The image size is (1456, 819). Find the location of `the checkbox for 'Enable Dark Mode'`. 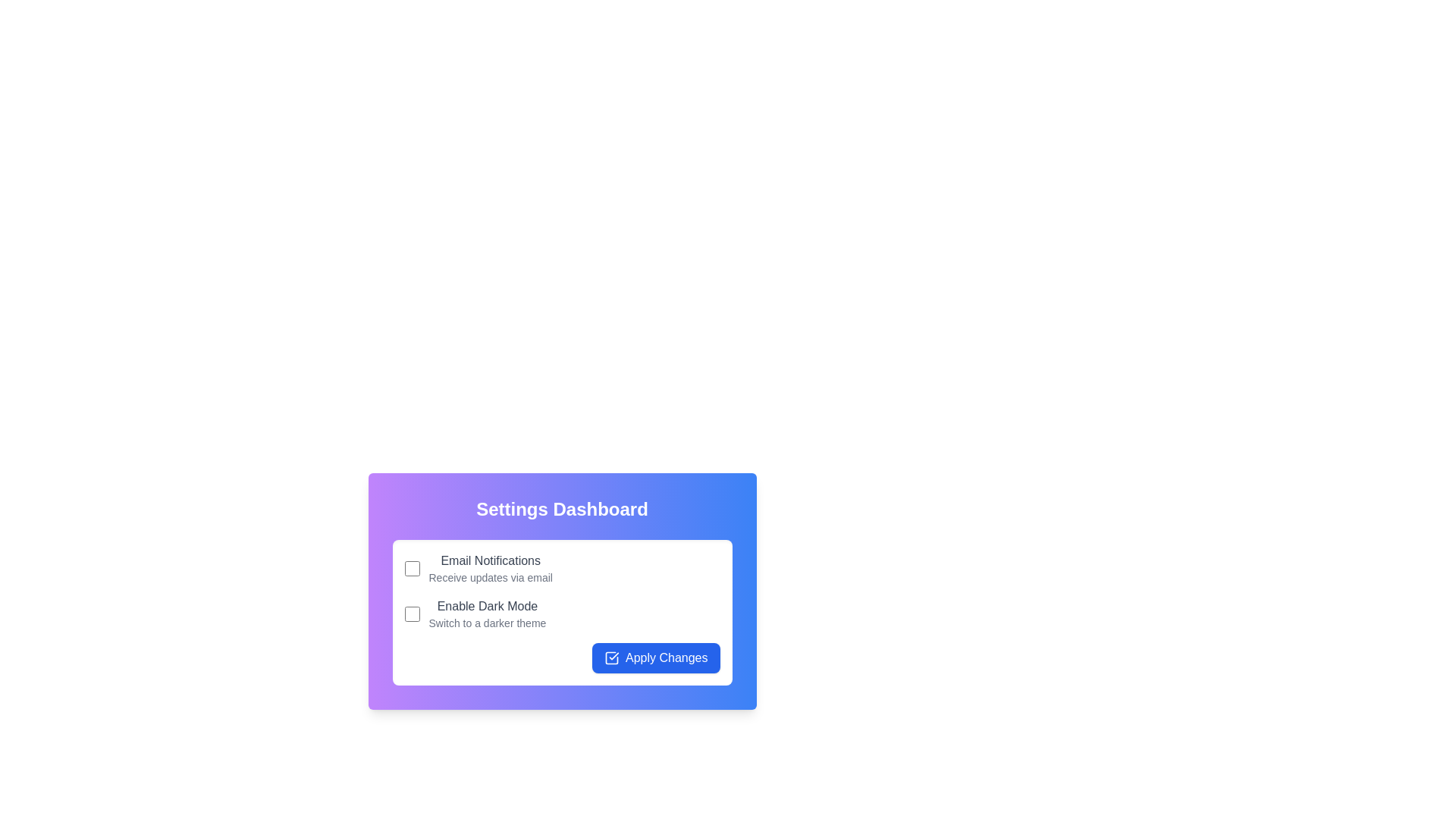

the checkbox for 'Enable Dark Mode' is located at coordinates (561, 614).